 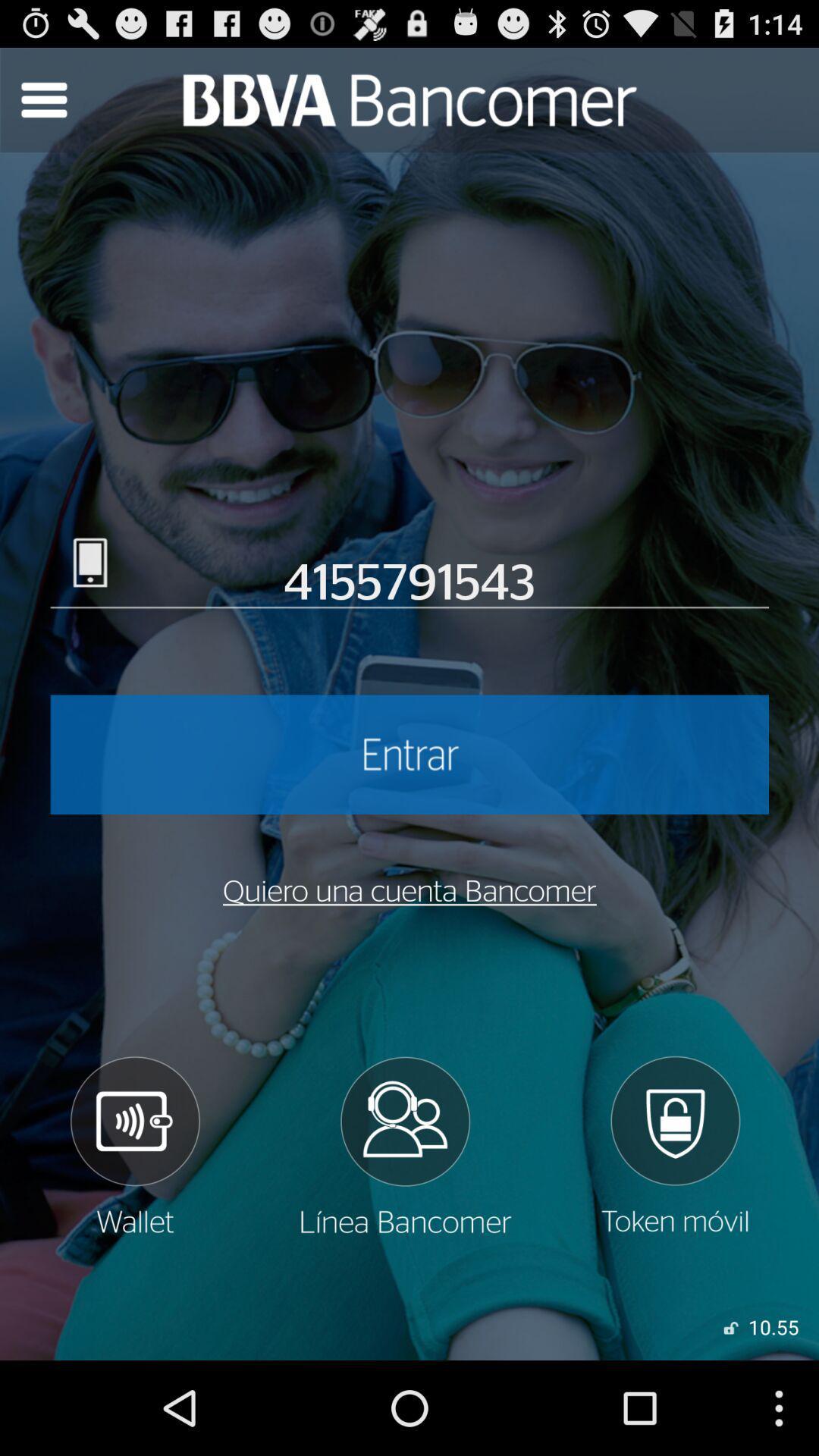 What do you see at coordinates (409, 755) in the screenshot?
I see `account` at bounding box center [409, 755].